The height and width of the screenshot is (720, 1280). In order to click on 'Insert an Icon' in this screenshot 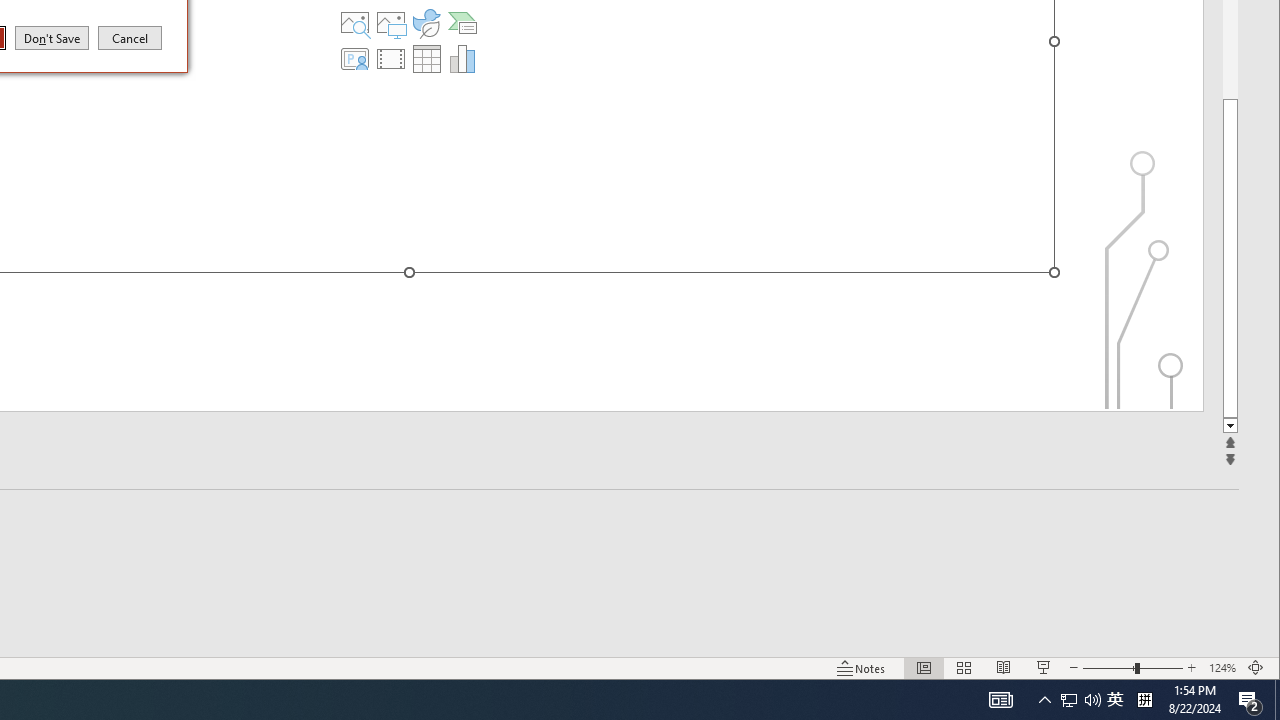, I will do `click(425, 23)`.